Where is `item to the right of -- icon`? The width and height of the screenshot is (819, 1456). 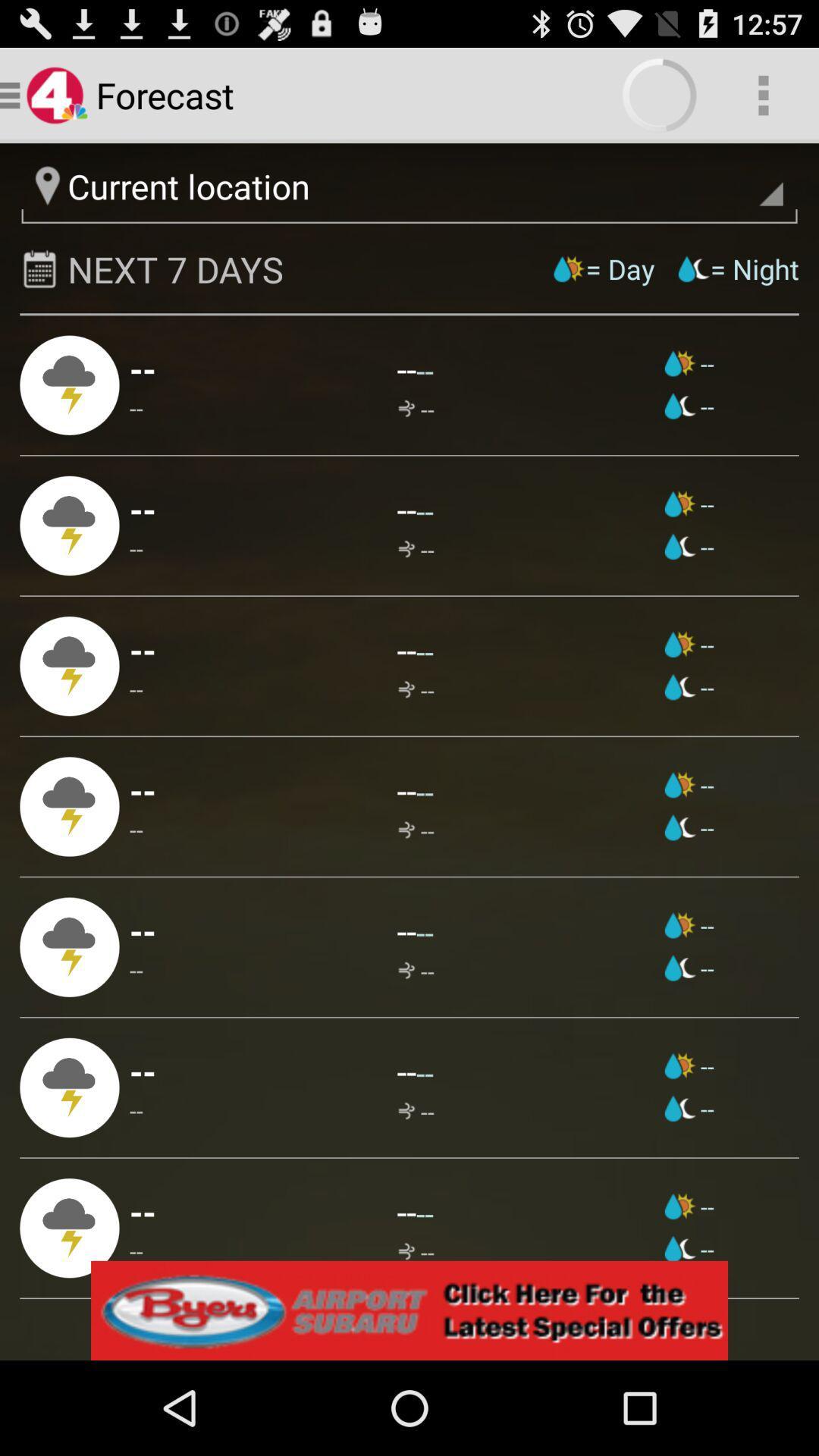
item to the right of -- icon is located at coordinates (416, 409).